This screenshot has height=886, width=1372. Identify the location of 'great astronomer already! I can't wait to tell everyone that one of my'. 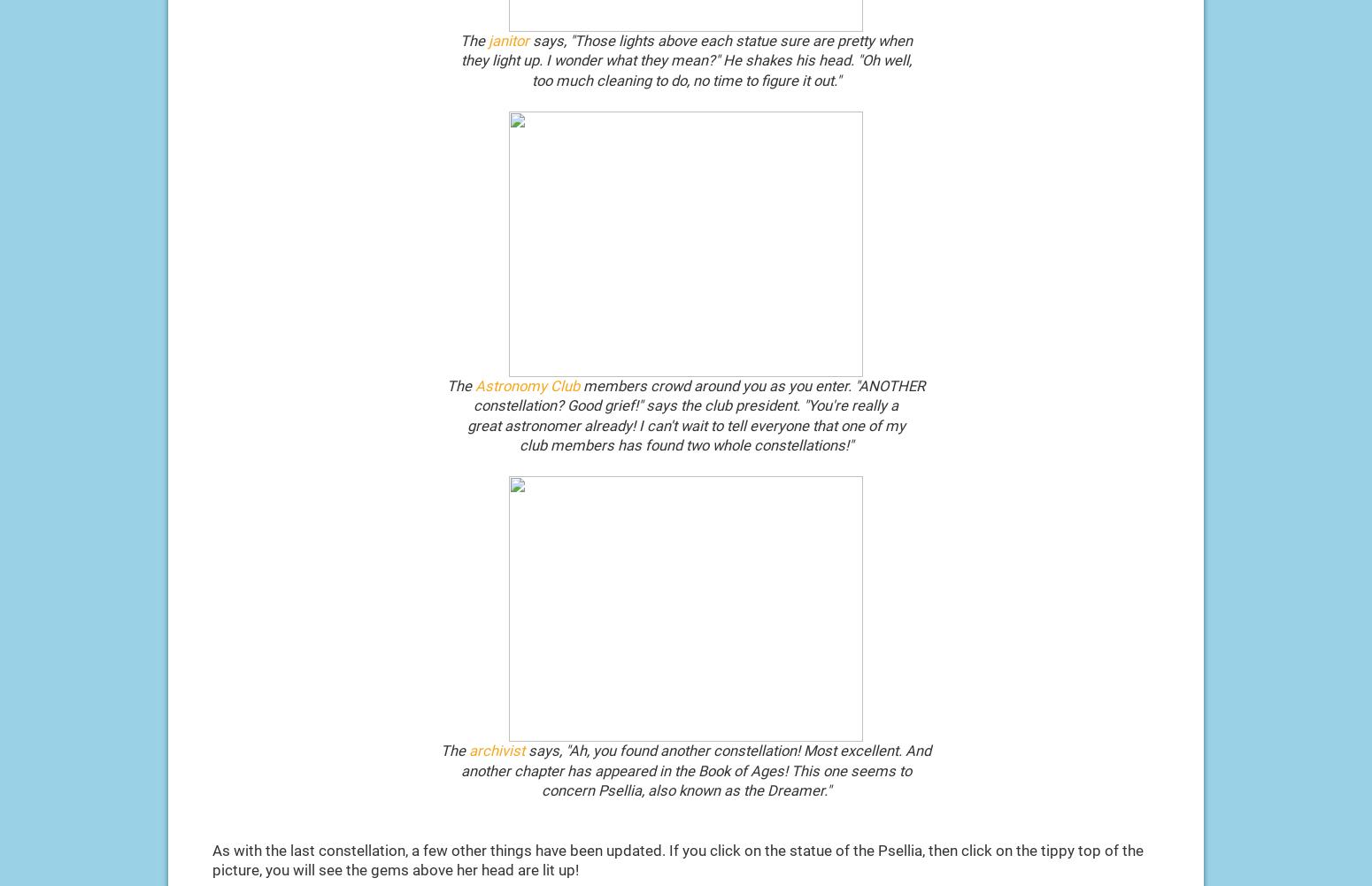
(685, 425).